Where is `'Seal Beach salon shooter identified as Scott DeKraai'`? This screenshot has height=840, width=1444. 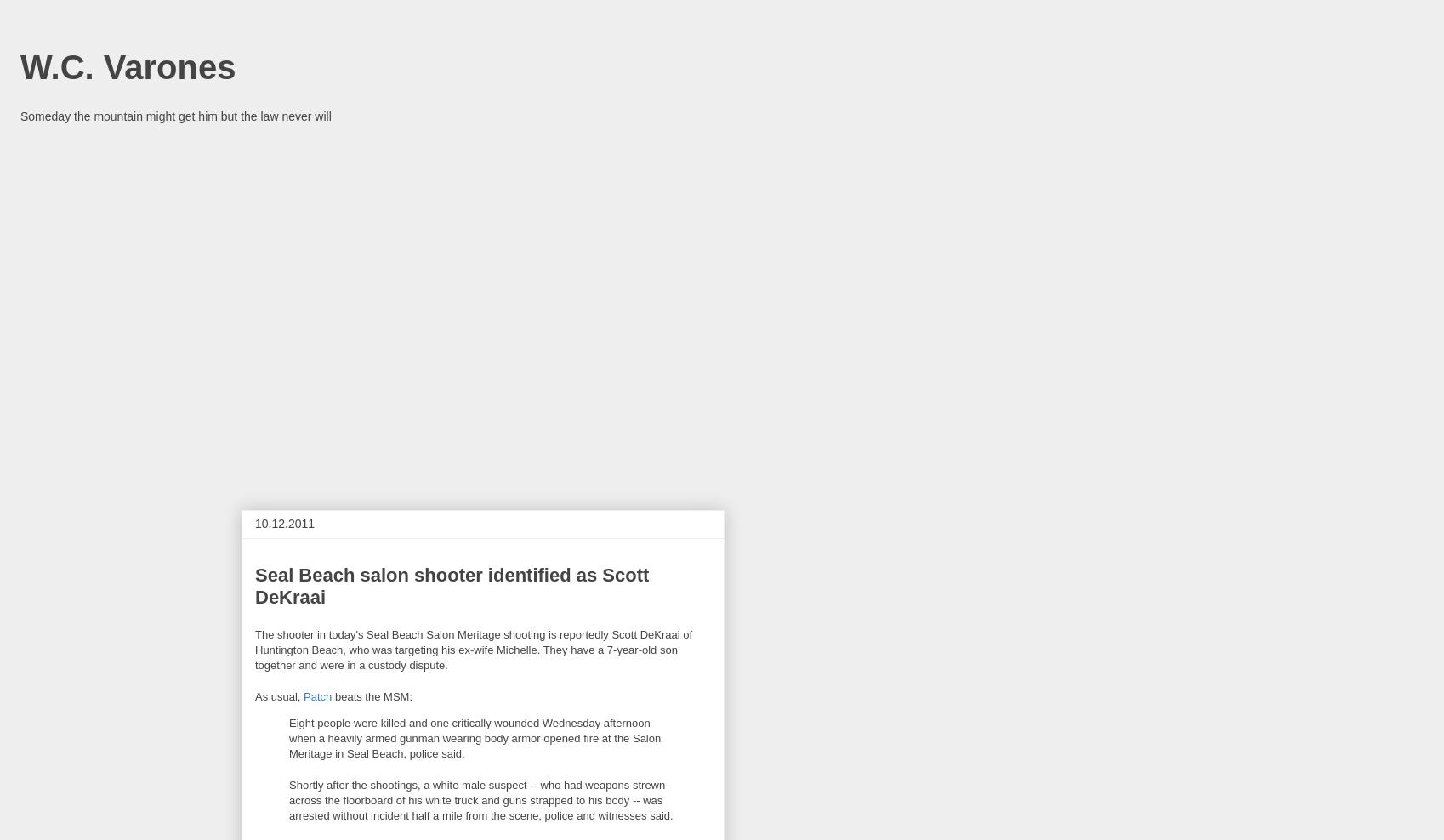
'Seal Beach salon shooter identified as Scott DeKraai' is located at coordinates (452, 586).